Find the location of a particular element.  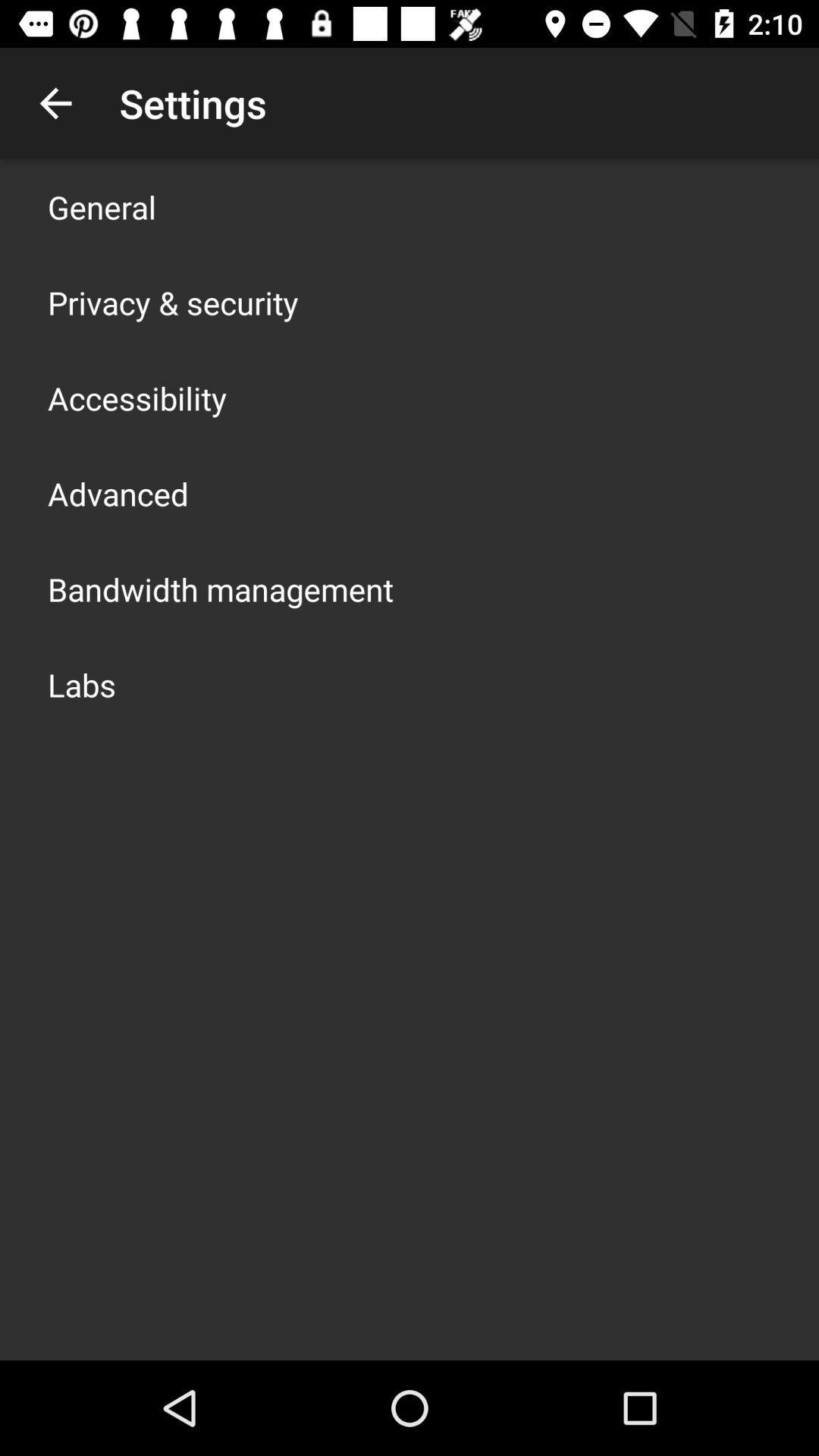

advanced icon is located at coordinates (117, 494).